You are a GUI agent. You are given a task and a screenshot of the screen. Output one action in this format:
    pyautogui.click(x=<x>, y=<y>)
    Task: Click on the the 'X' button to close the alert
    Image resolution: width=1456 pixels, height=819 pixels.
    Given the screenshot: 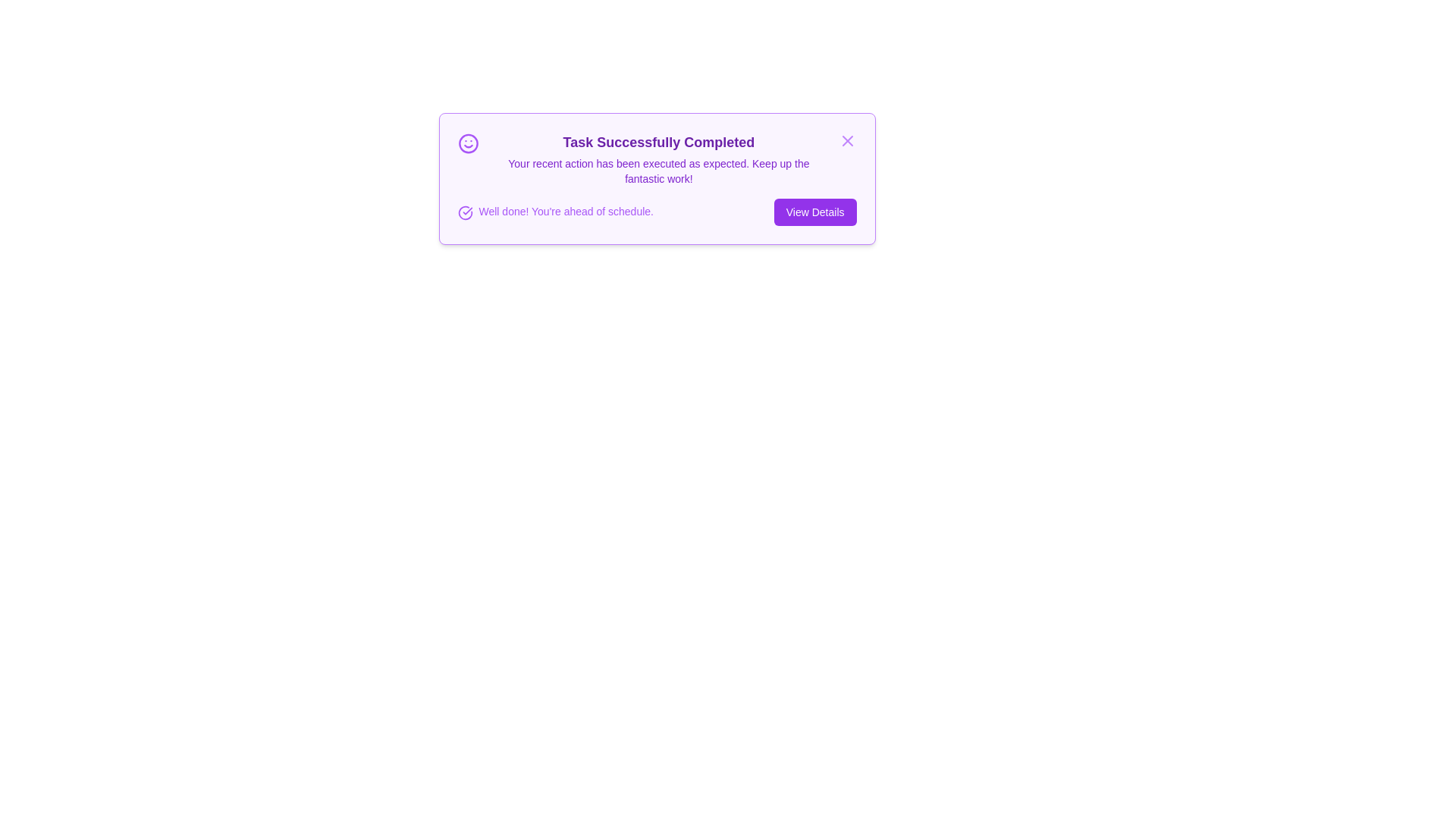 What is the action you would take?
    pyautogui.click(x=846, y=140)
    